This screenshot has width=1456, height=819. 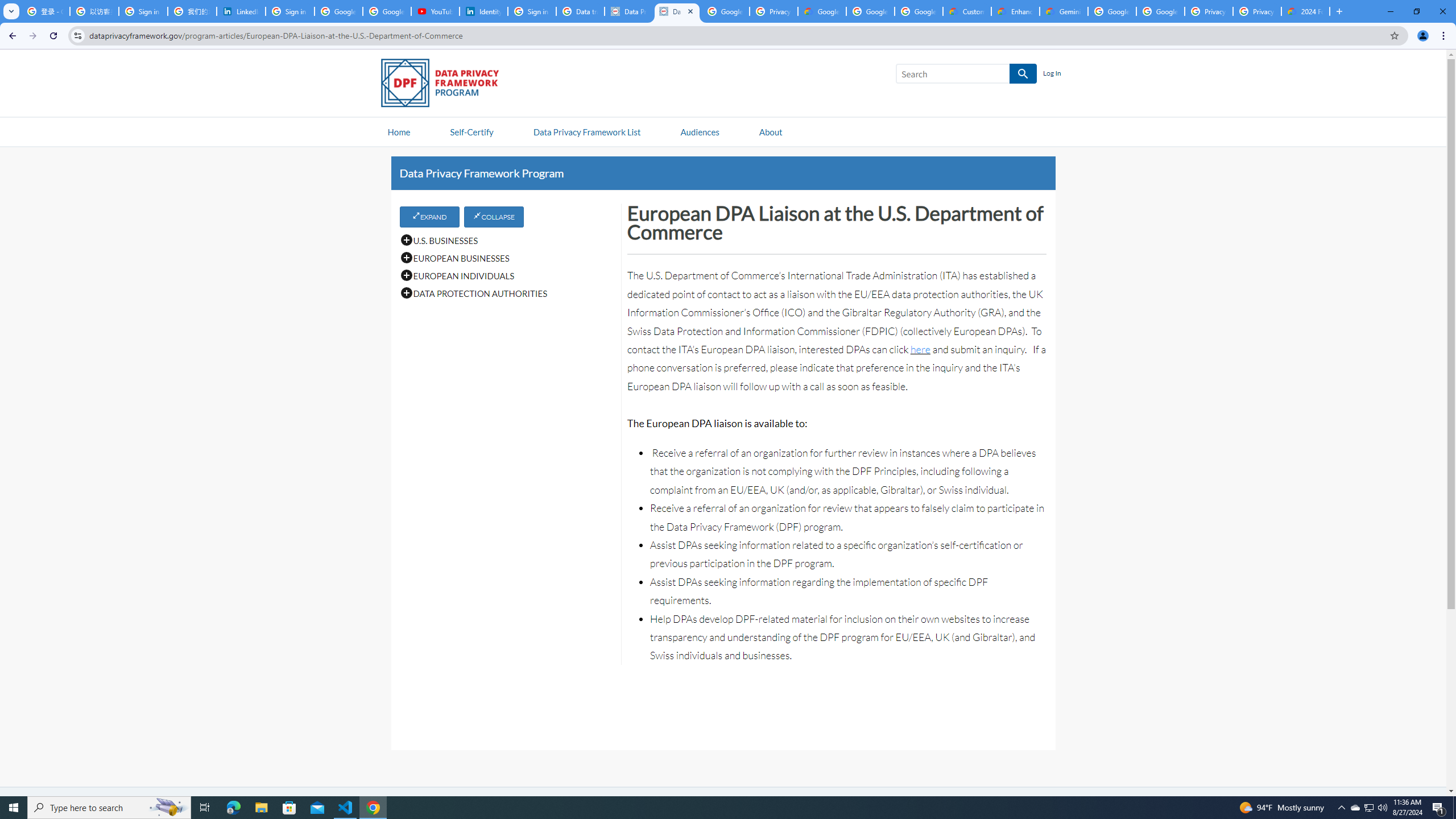 What do you see at coordinates (966, 11) in the screenshot?
I see `'Customer Care | Google Cloud'` at bounding box center [966, 11].